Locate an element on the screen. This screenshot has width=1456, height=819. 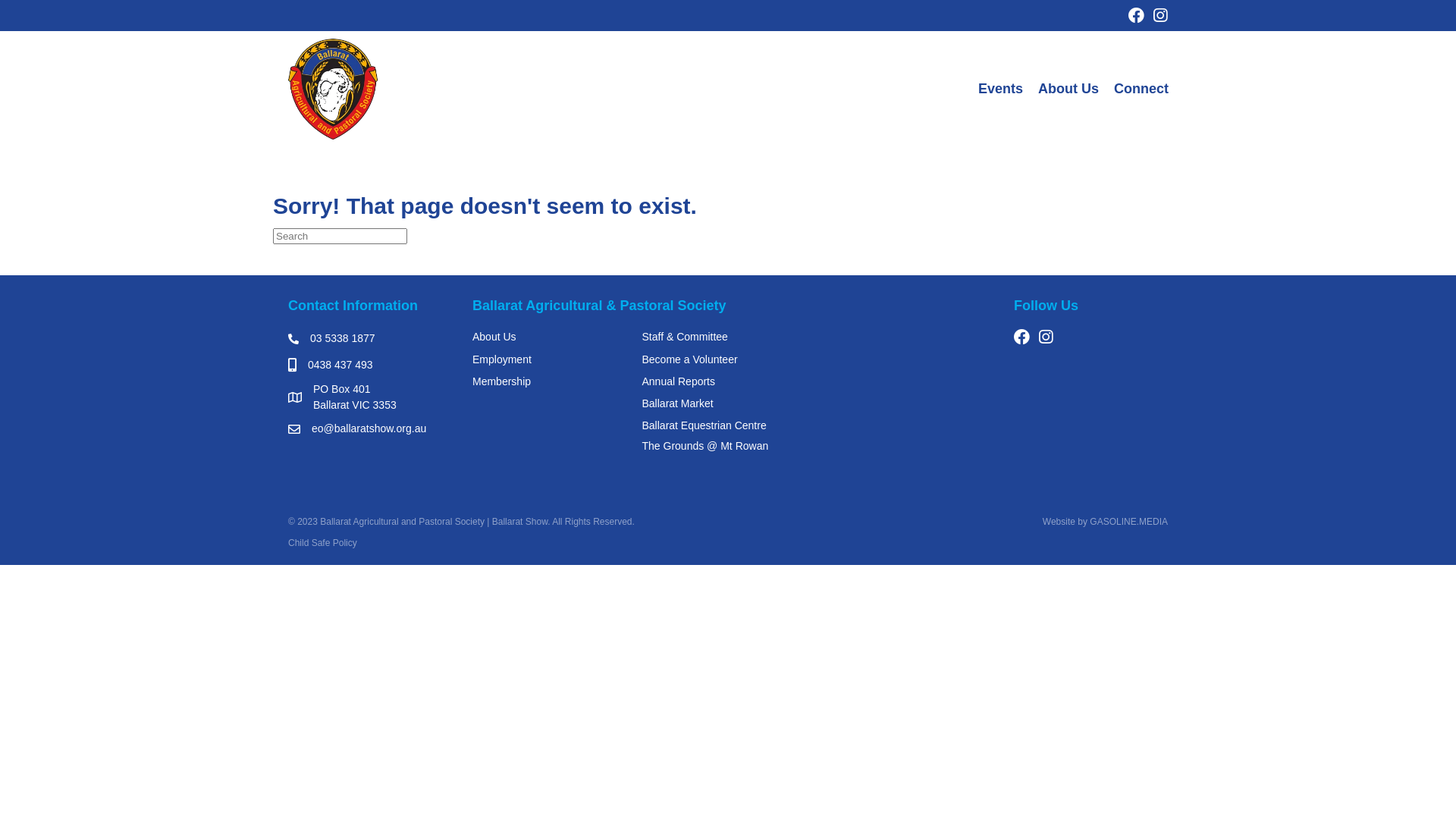
'Staff & Committee' is located at coordinates (683, 335).